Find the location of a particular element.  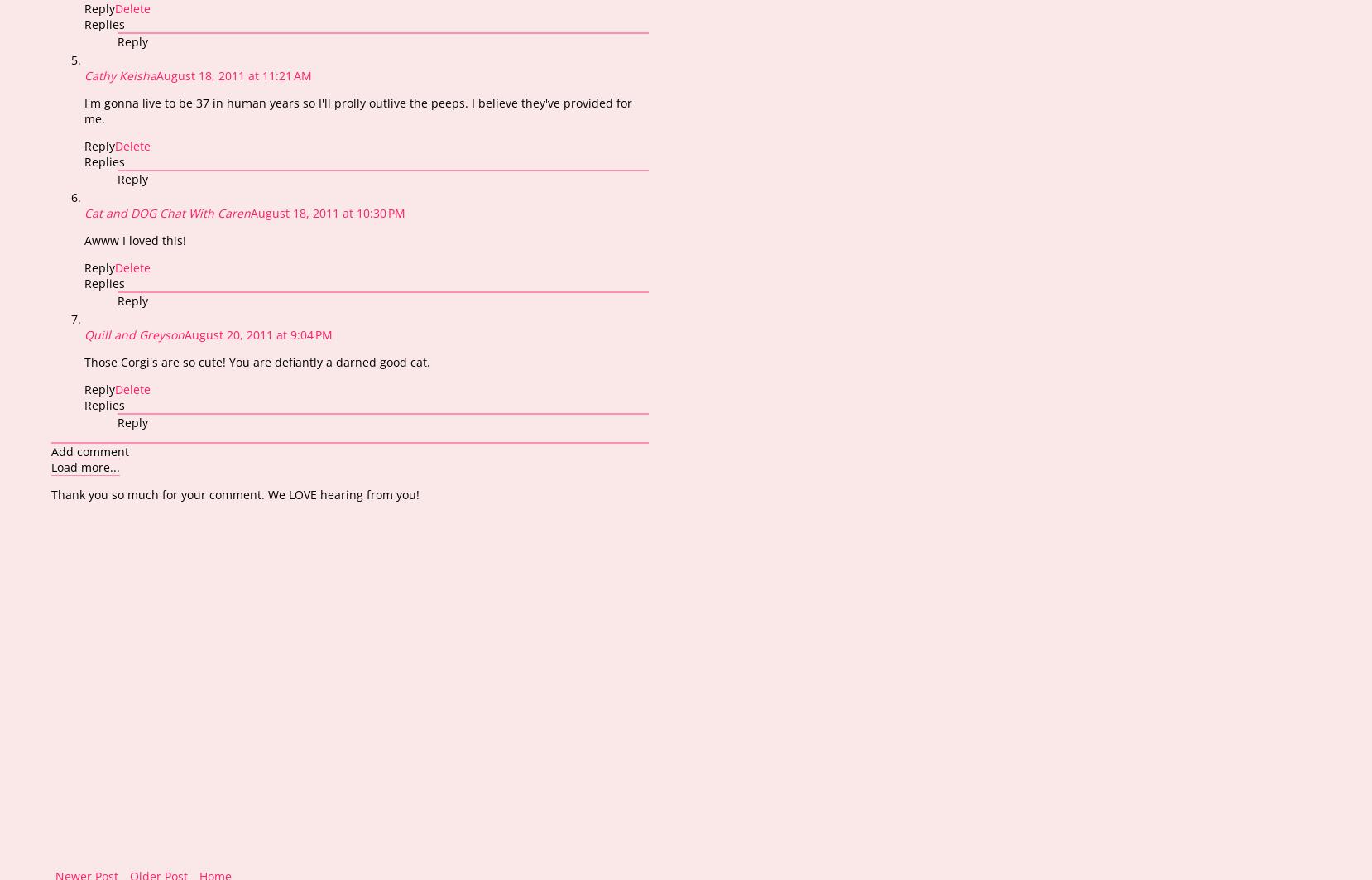

'Cat and DOG Chat With Caren' is located at coordinates (167, 212).